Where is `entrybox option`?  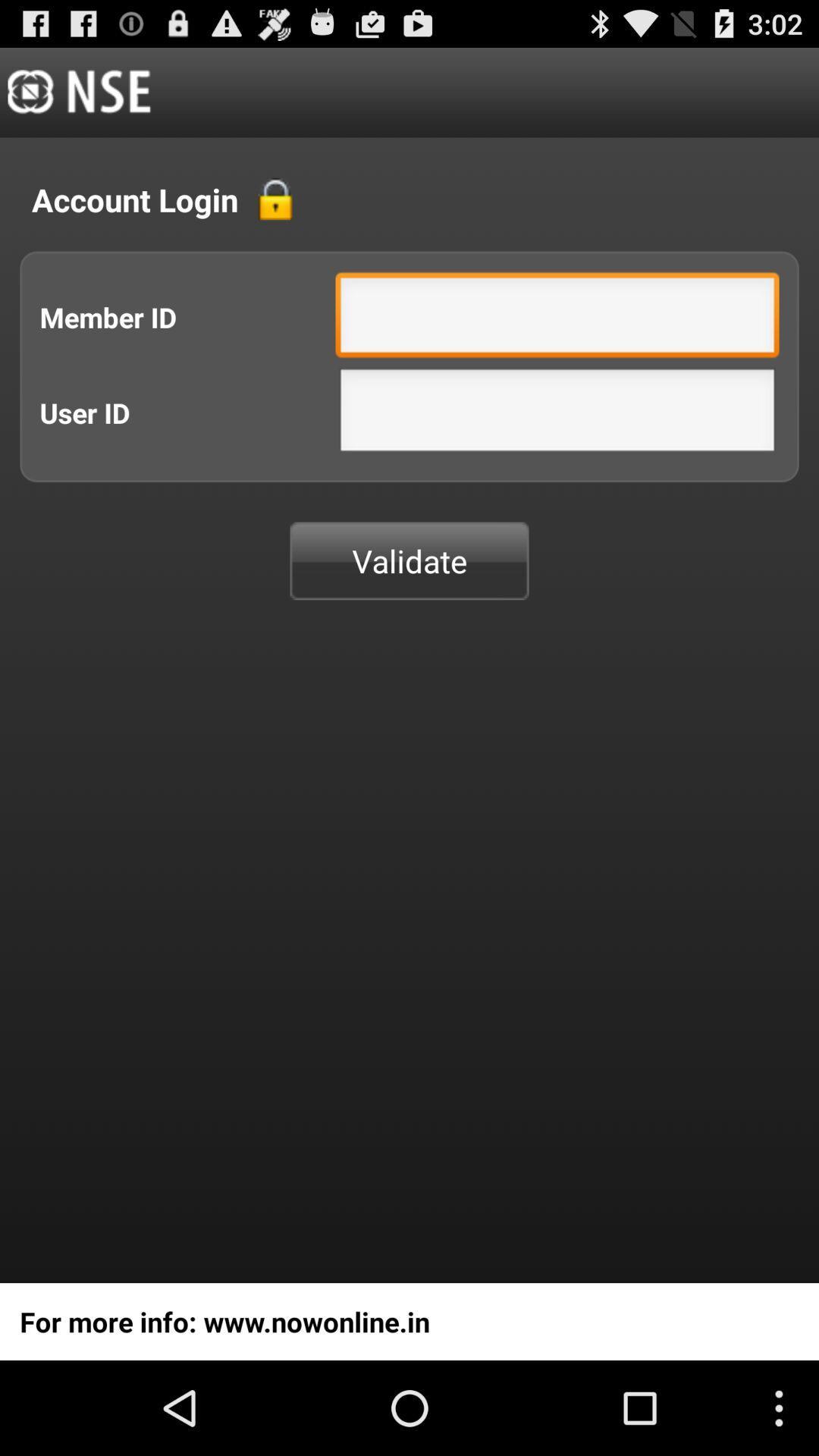 entrybox option is located at coordinates (557, 318).